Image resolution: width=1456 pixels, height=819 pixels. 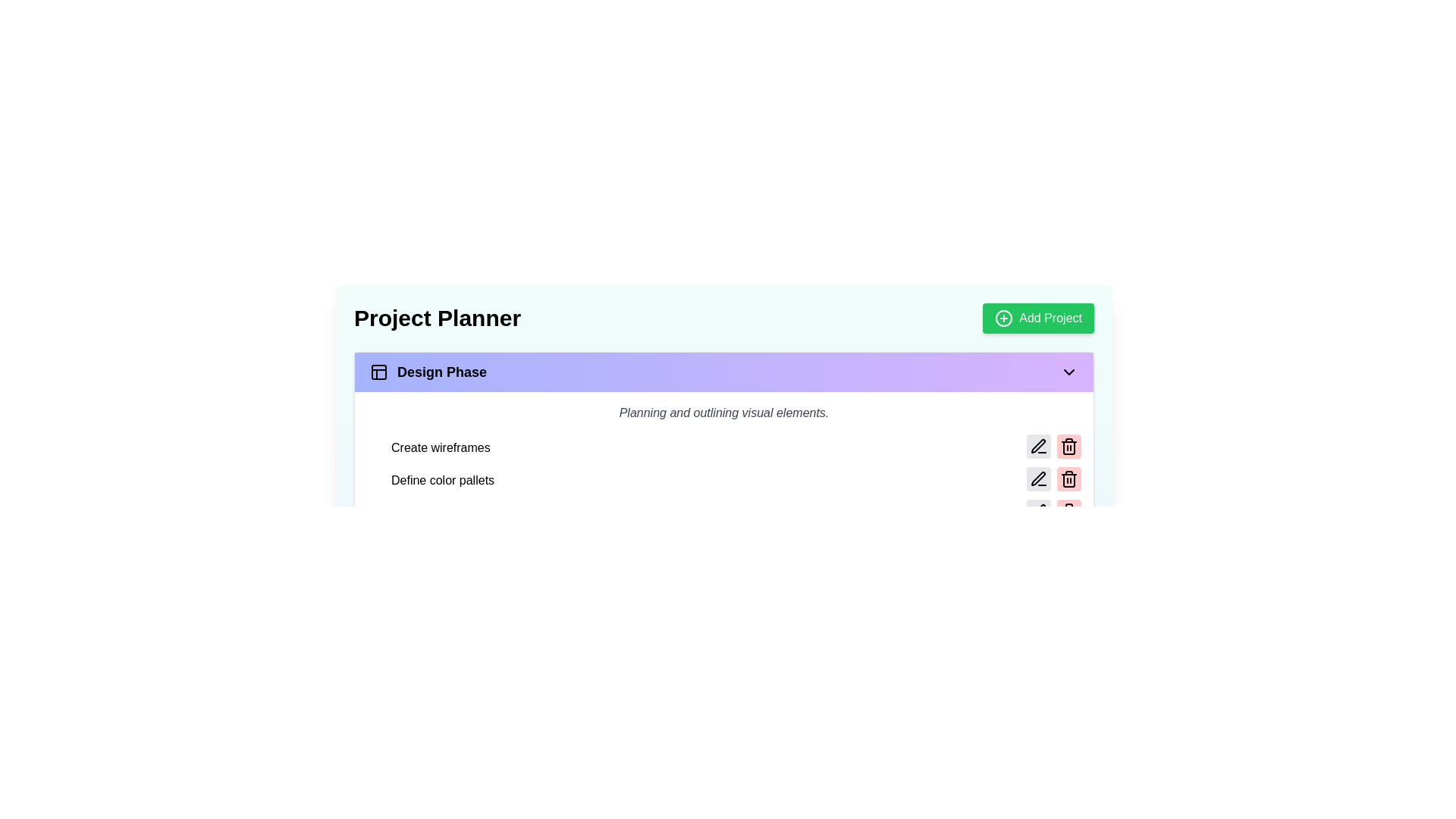 What do you see at coordinates (723, 413) in the screenshot?
I see `the static text element that reads 'Planning and outlining visual elements.' styled in italic light gray, positioned above a bulleted list` at bounding box center [723, 413].